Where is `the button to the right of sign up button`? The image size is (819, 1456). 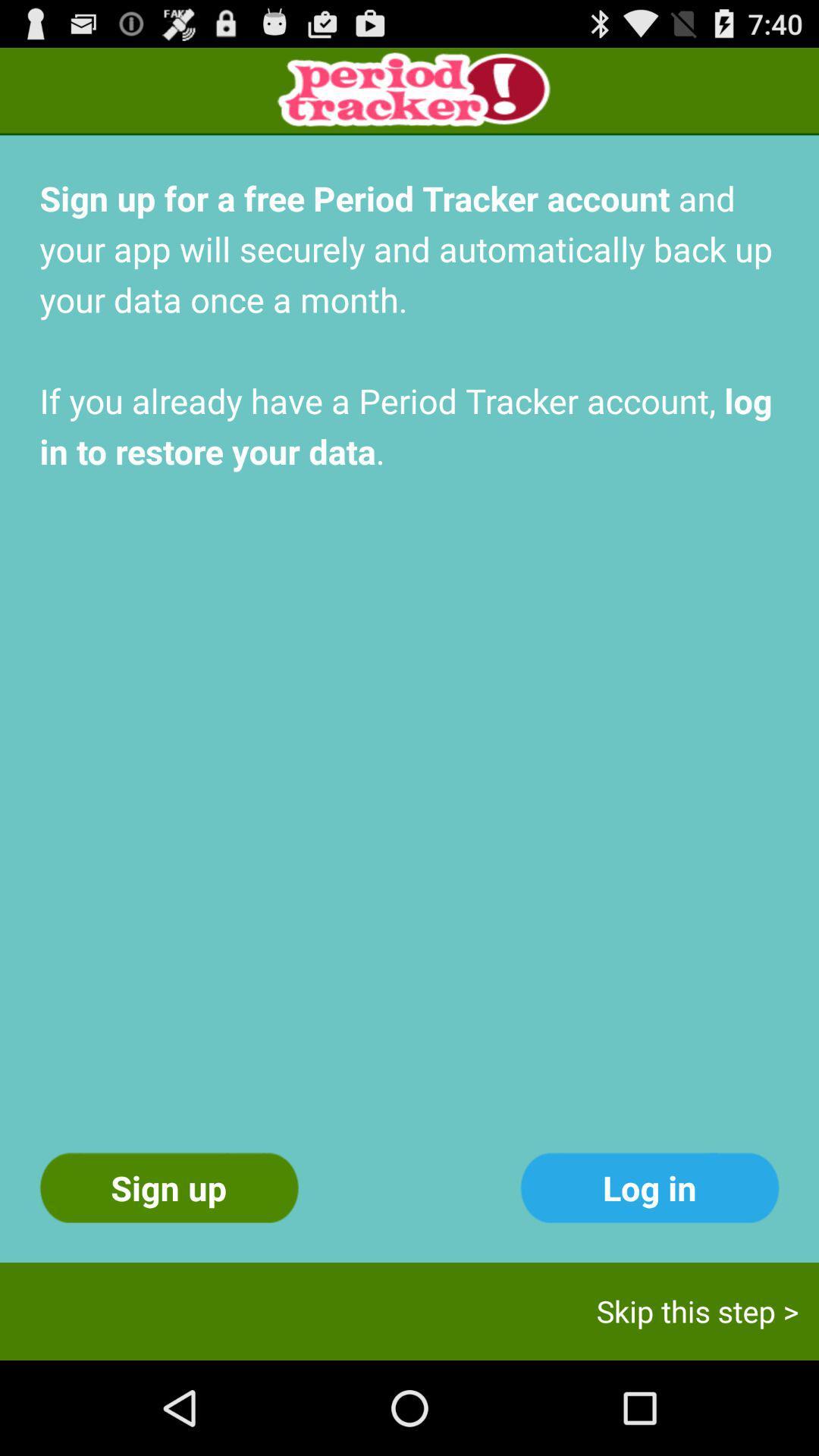 the button to the right of sign up button is located at coordinates (648, 1187).